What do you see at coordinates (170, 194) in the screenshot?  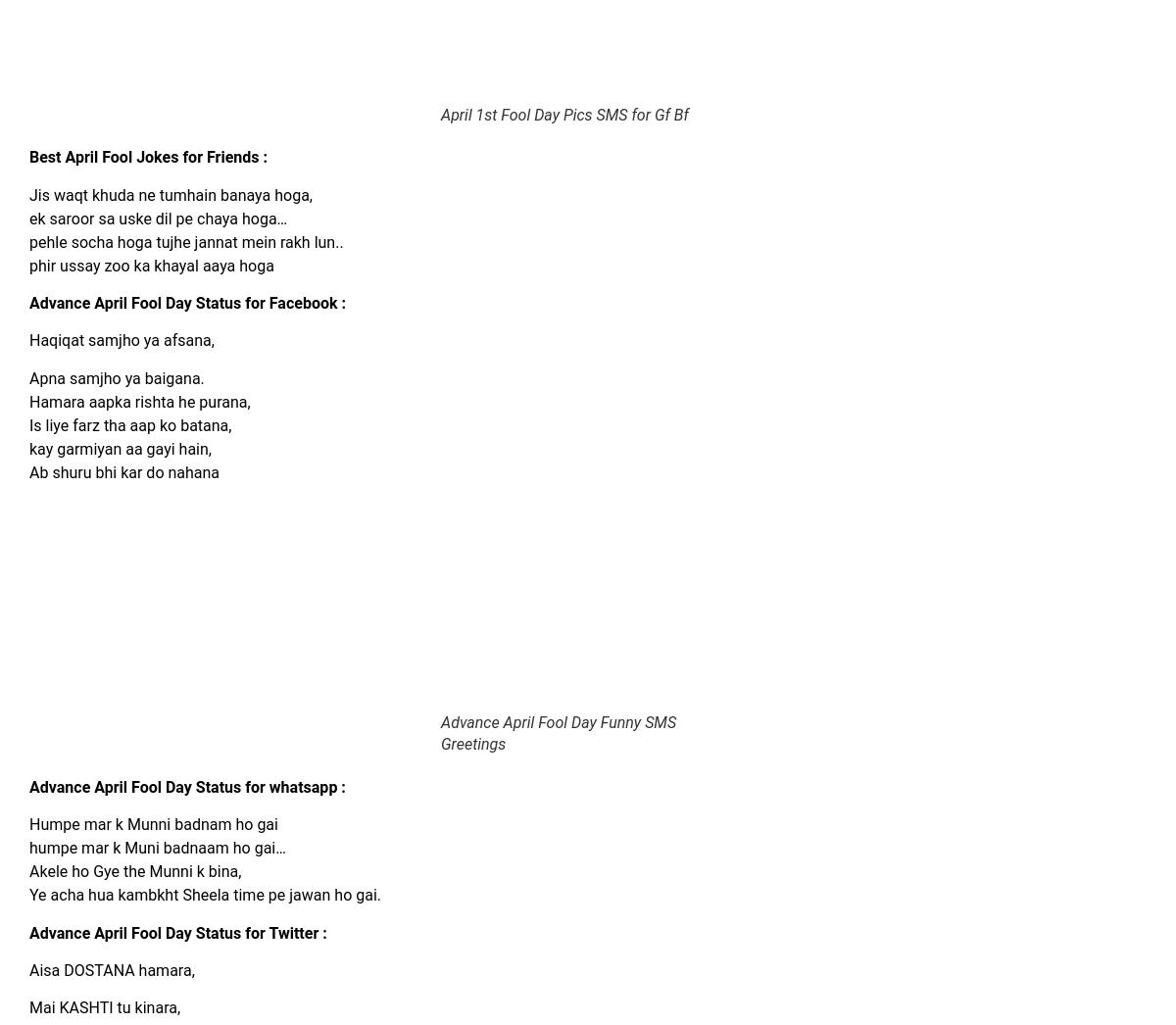 I see `'Jis waqt khuda ne tumhain banaya hoga,'` at bounding box center [170, 194].